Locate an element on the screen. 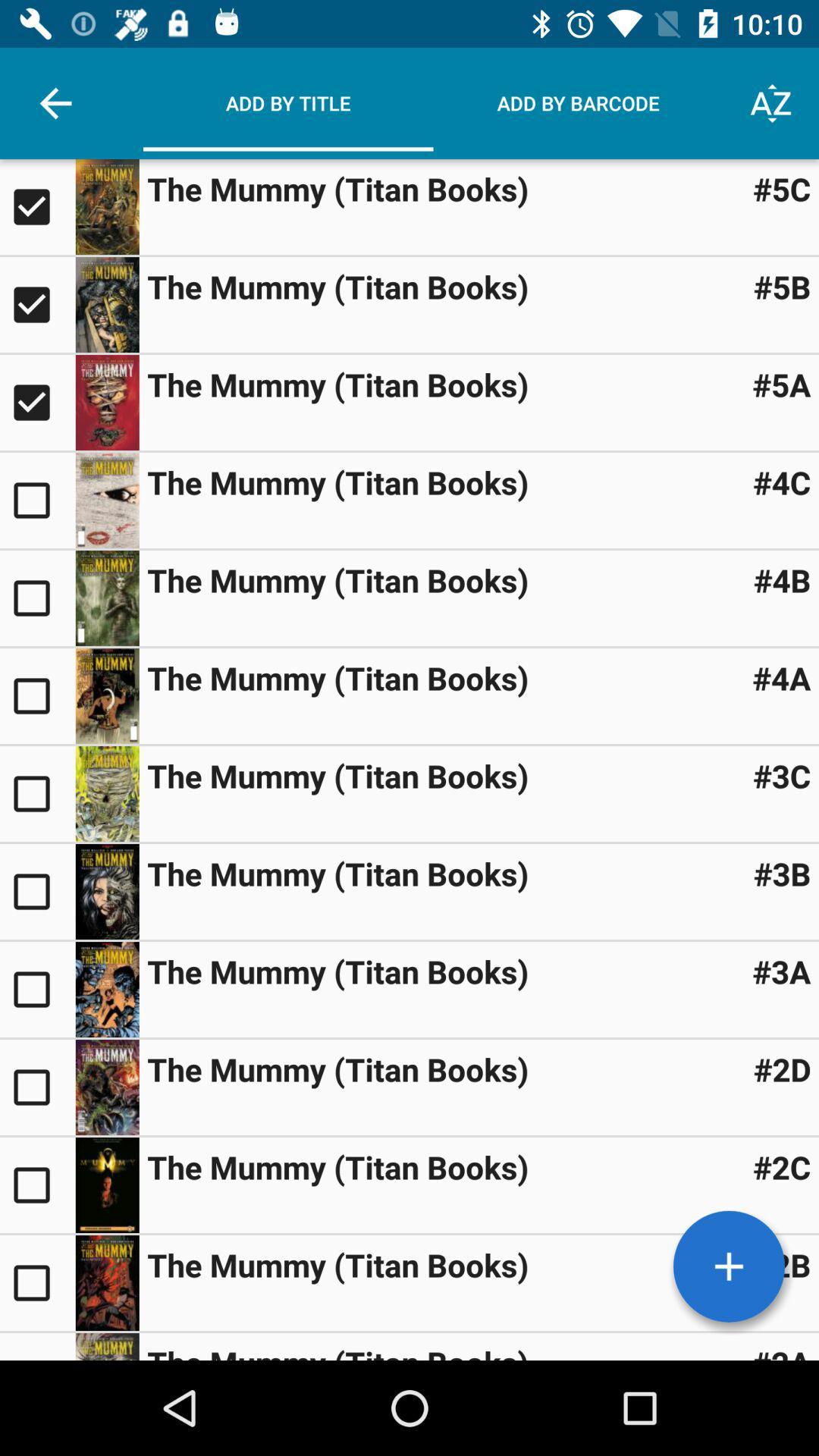  the add icon is located at coordinates (728, 1266).